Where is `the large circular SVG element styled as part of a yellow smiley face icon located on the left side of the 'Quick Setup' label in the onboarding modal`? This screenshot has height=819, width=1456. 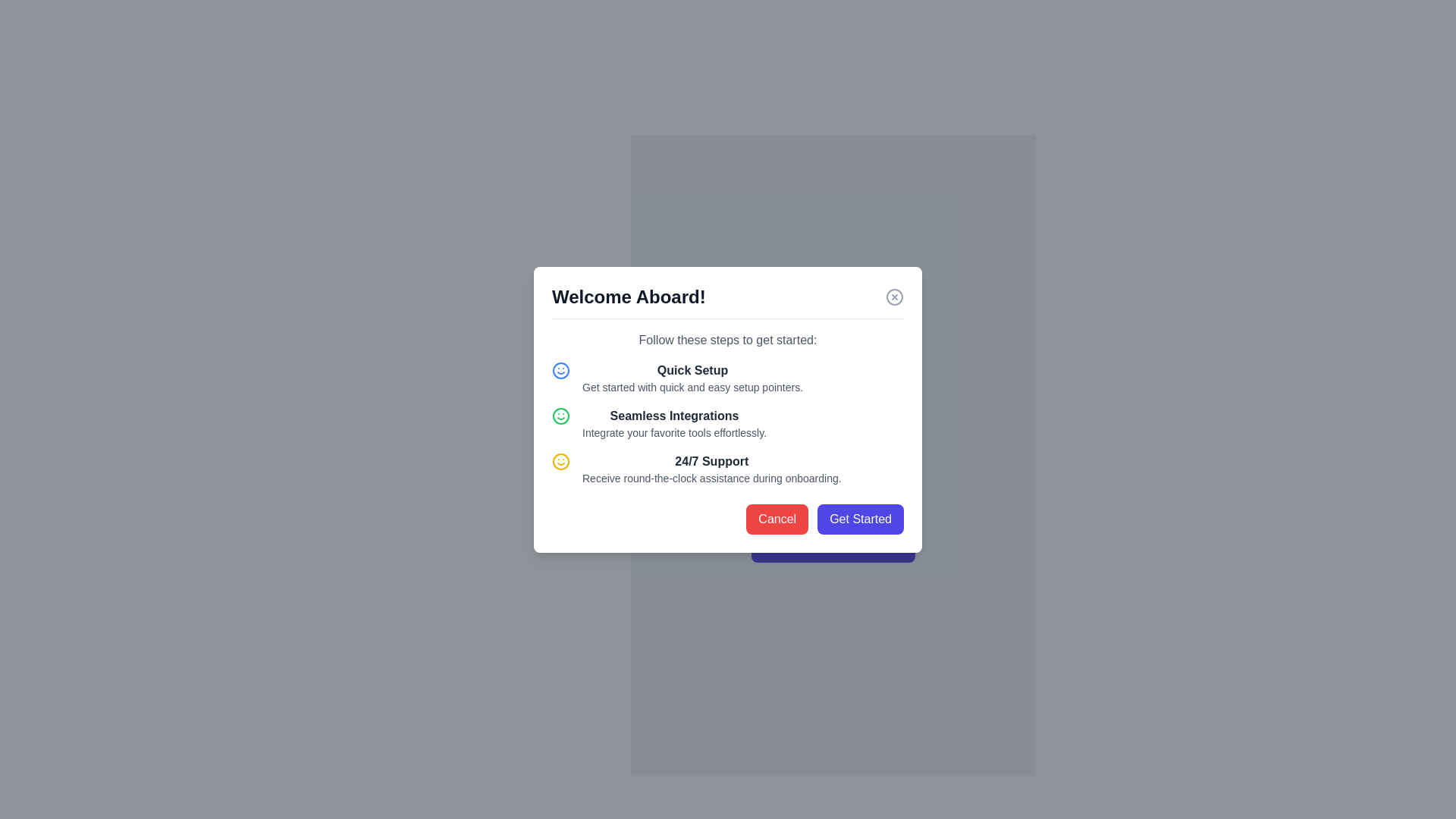 the large circular SVG element styled as part of a yellow smiley face icon located on the left side of the 'Quick Setup' label in the onboarding modal is located at coordinates (560, 460).